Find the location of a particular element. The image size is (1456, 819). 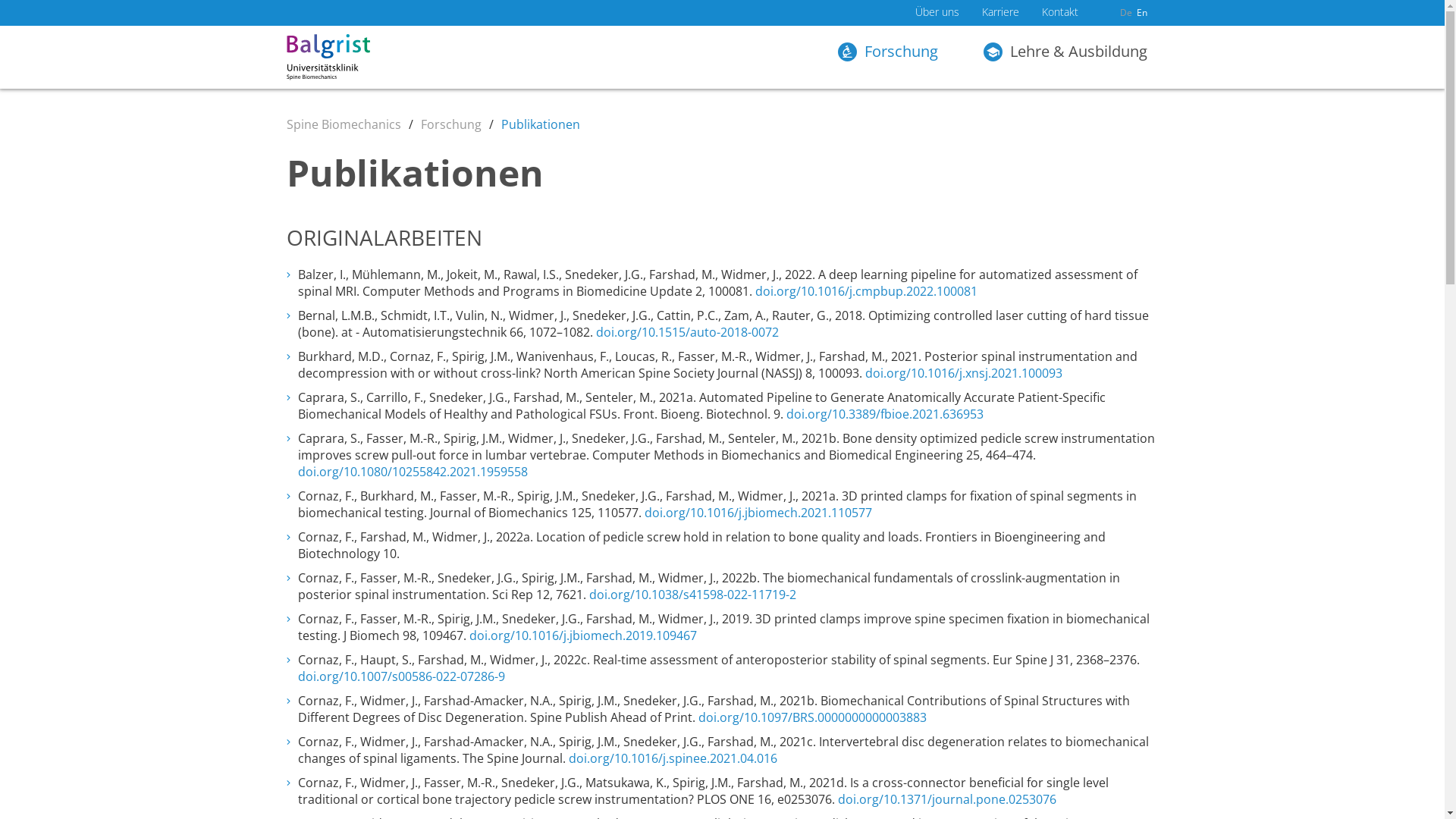

'De' is located at coordinates (1119, 12).